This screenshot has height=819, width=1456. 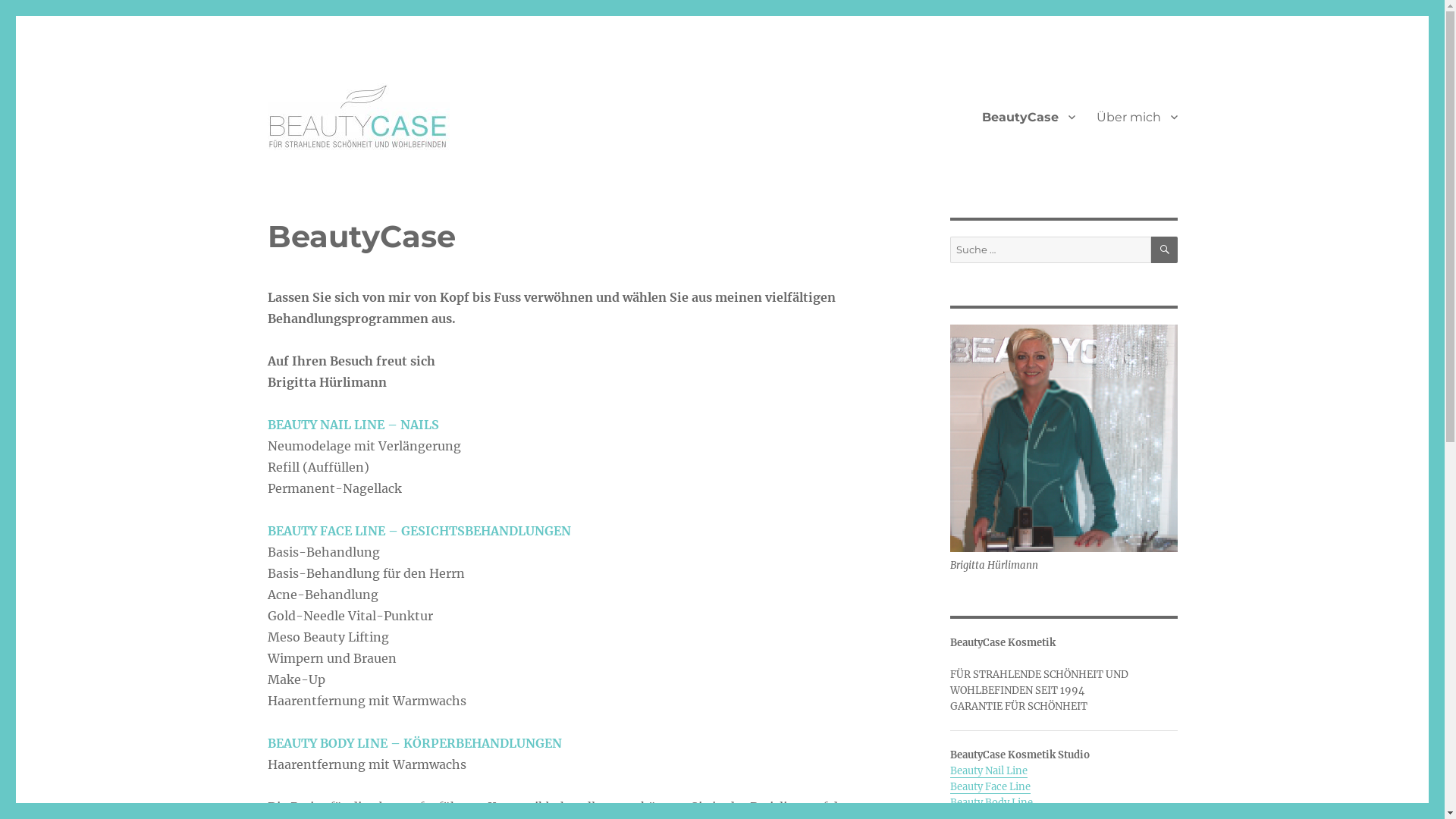 What do you see at coordinates (1028, 116) in the screenshot?
I see `'BeautyCase'` at bounding box center [1028, 116].